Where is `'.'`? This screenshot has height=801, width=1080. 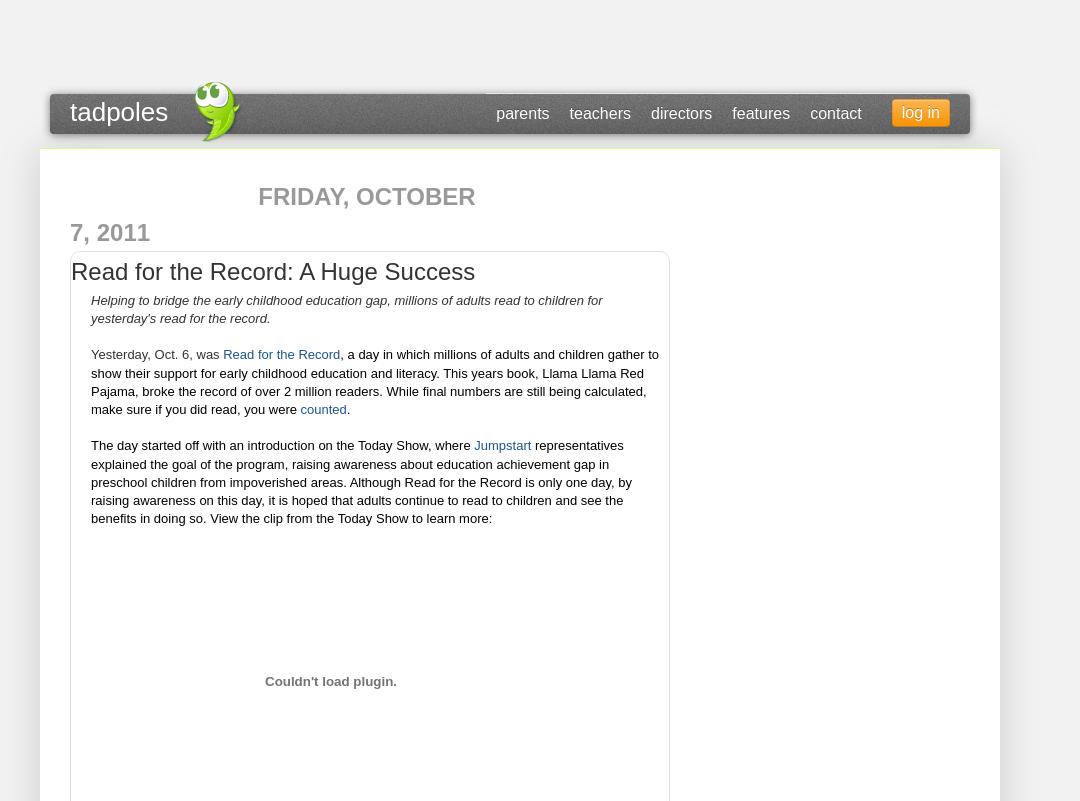 '.' is located at coordinates (349, 407).